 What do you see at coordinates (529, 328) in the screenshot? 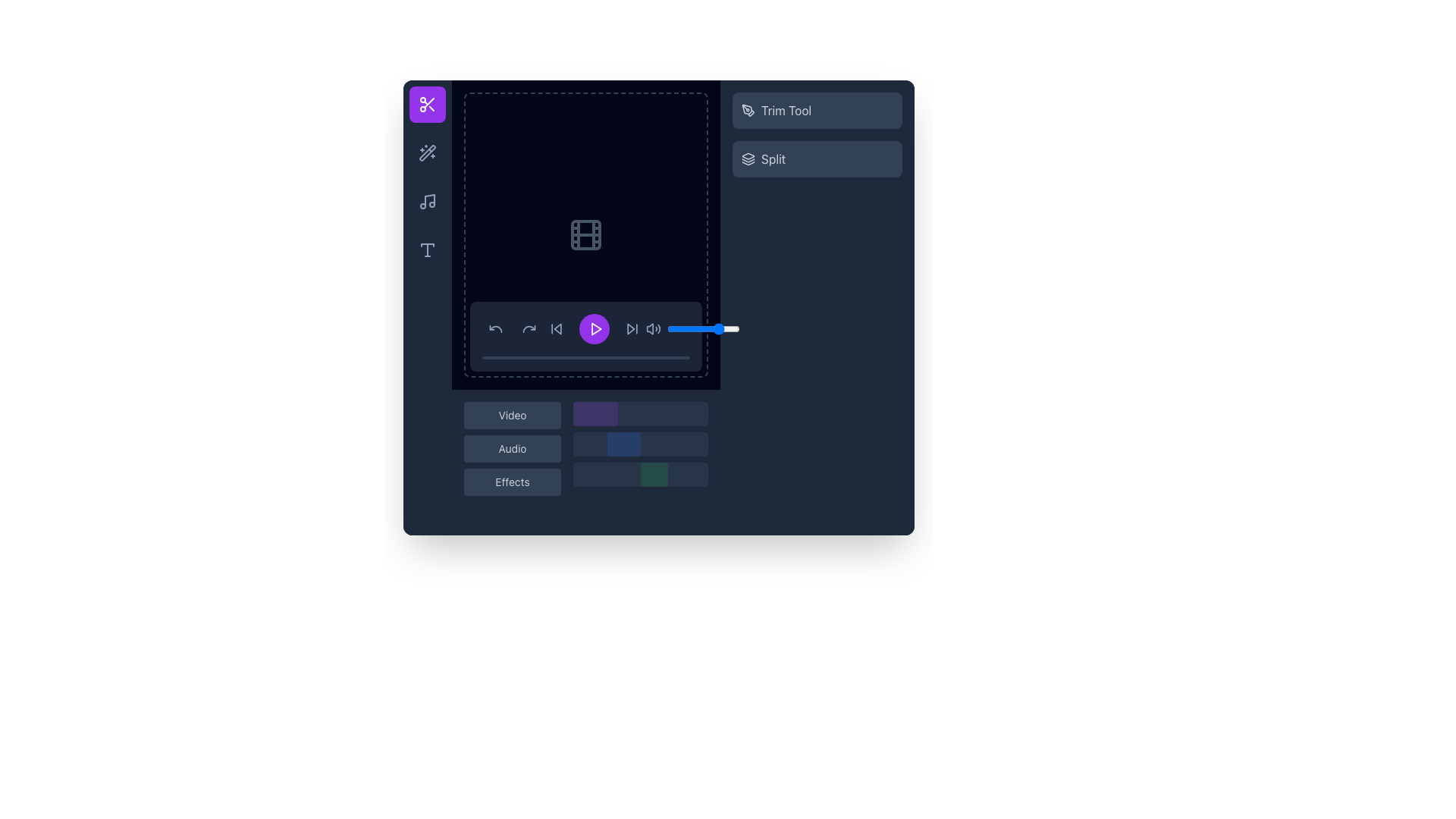
I see `the lower part of the redo or reload icon located in the center of the toolbar with playback controls` at bounding box center [529, 328].